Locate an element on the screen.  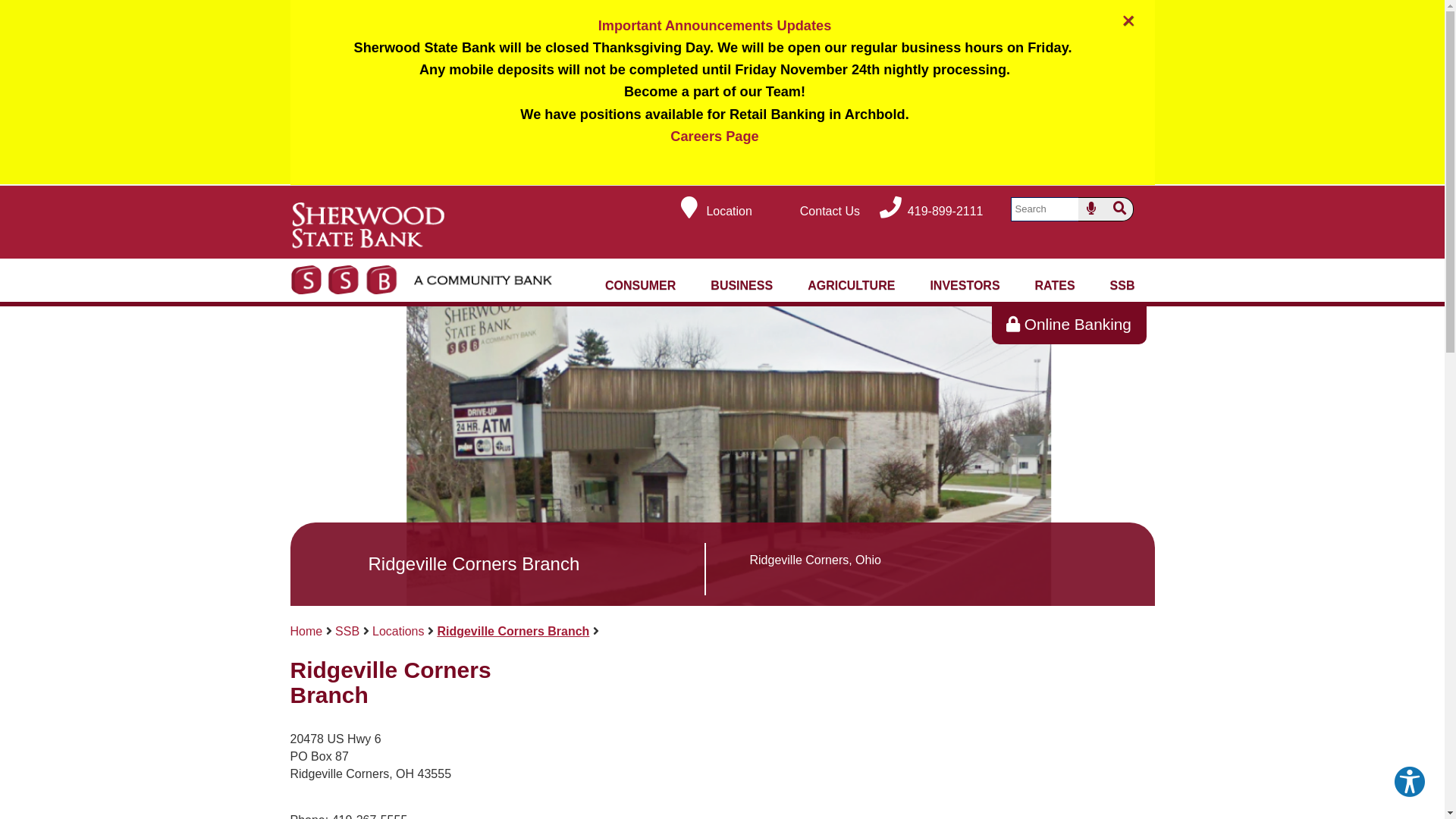
'Location' is located at coordinates (713, 211).